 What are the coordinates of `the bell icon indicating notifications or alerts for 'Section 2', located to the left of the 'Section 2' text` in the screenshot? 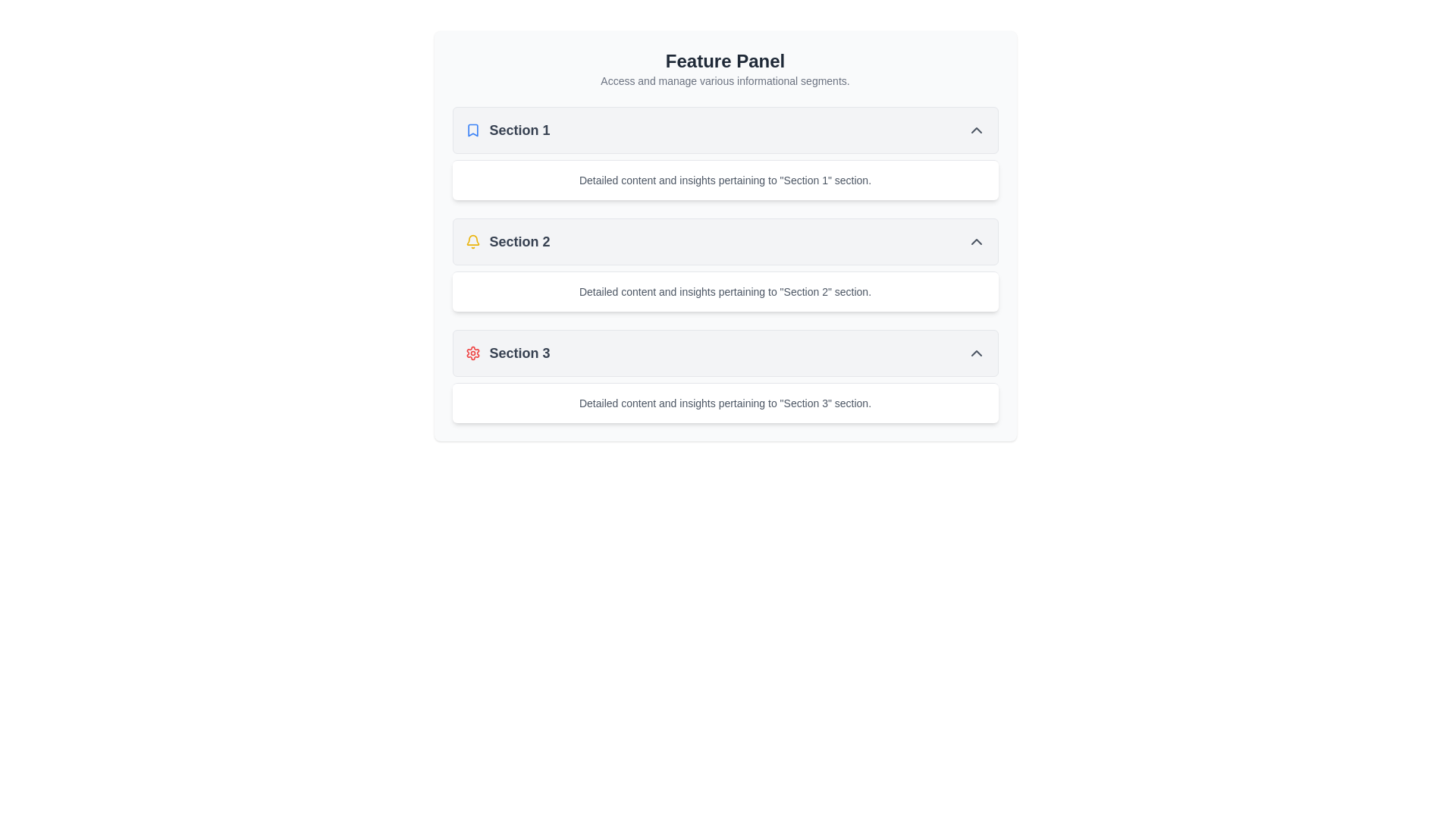 It's located at (472, 241).